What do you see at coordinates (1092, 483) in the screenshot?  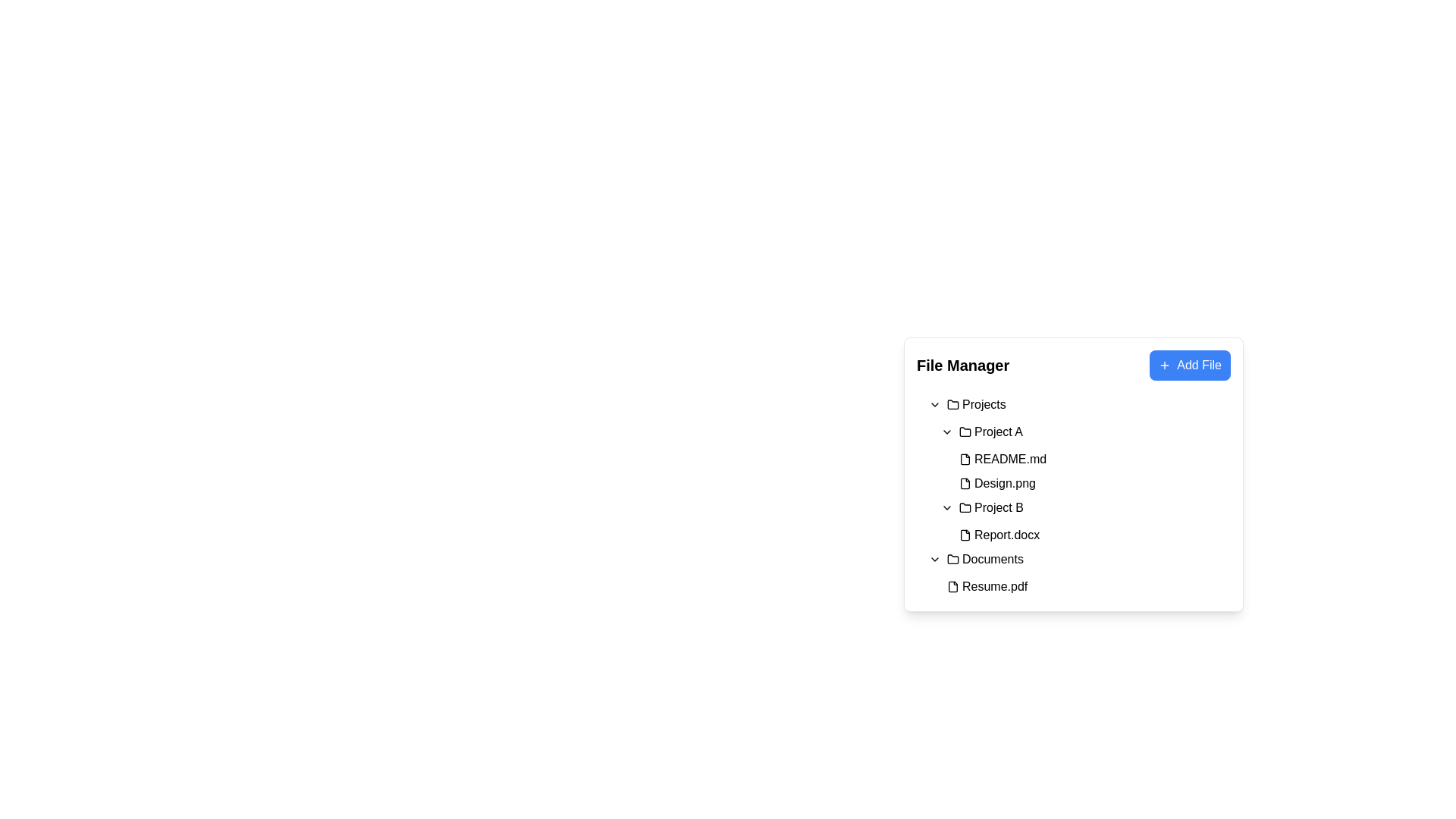 I see `the file item named 'Design.png'` at bounding box center [1092, 483].